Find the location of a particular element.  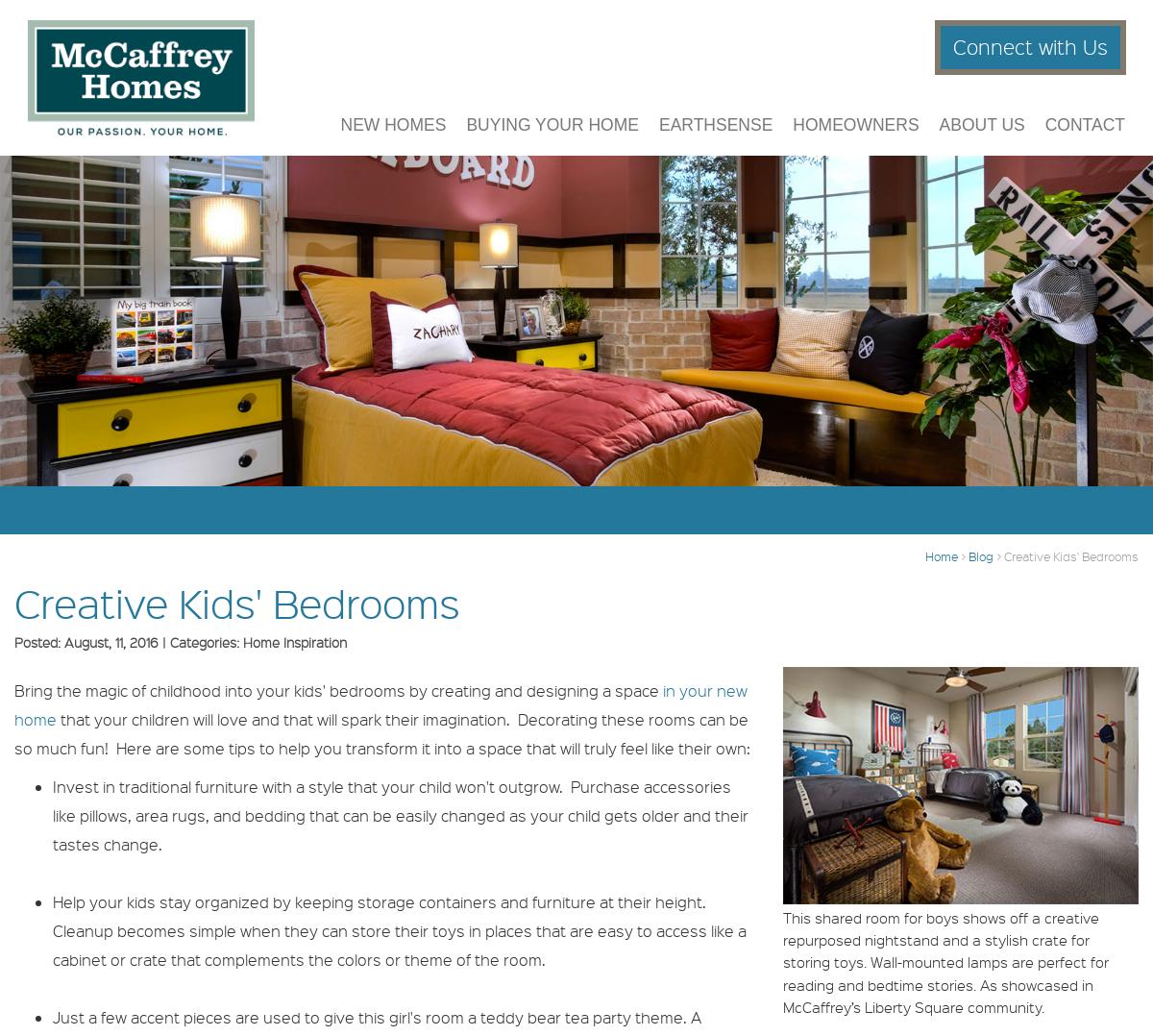

'CONTACT' is located at coordinates (1083, 136).